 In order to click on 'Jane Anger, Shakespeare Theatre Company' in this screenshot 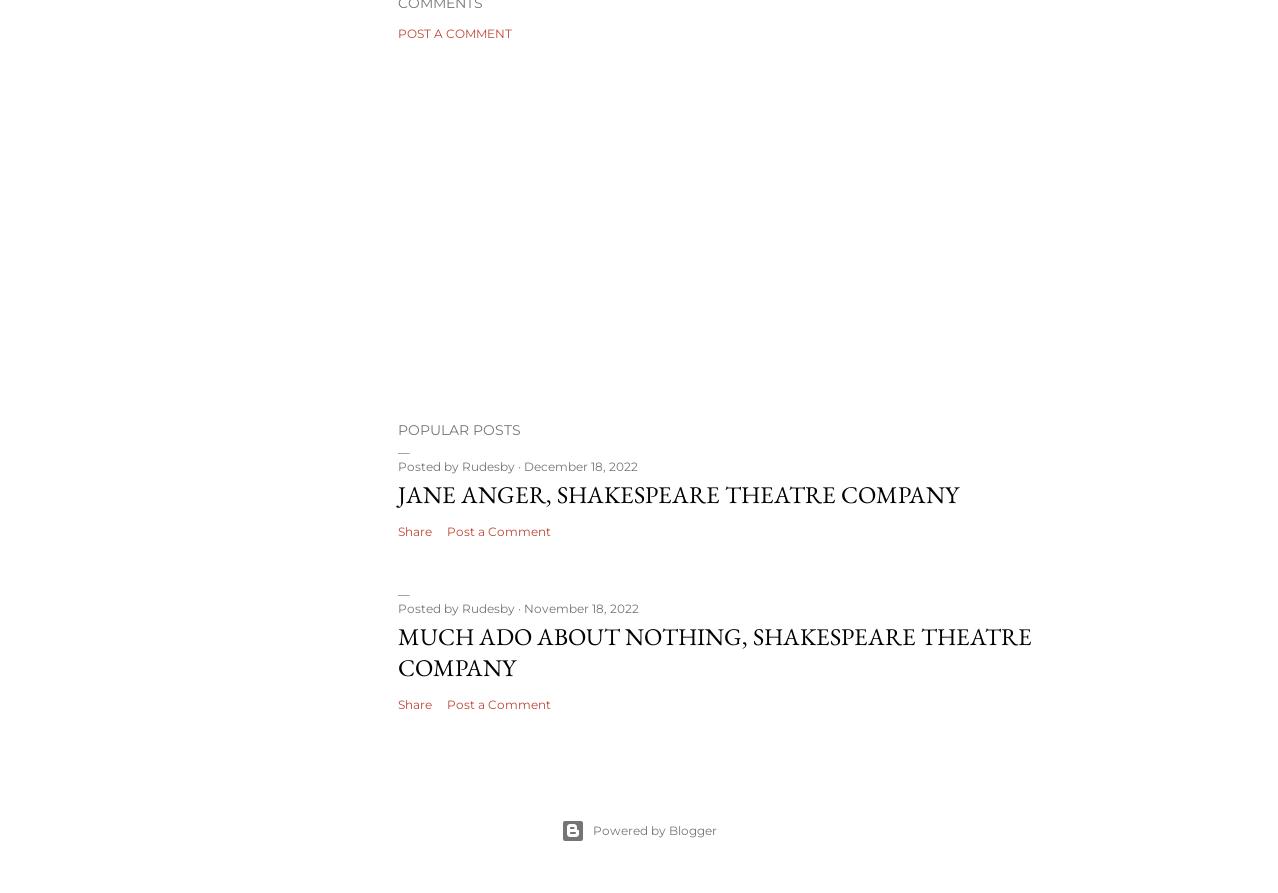, I will do `click(678, 492)`.